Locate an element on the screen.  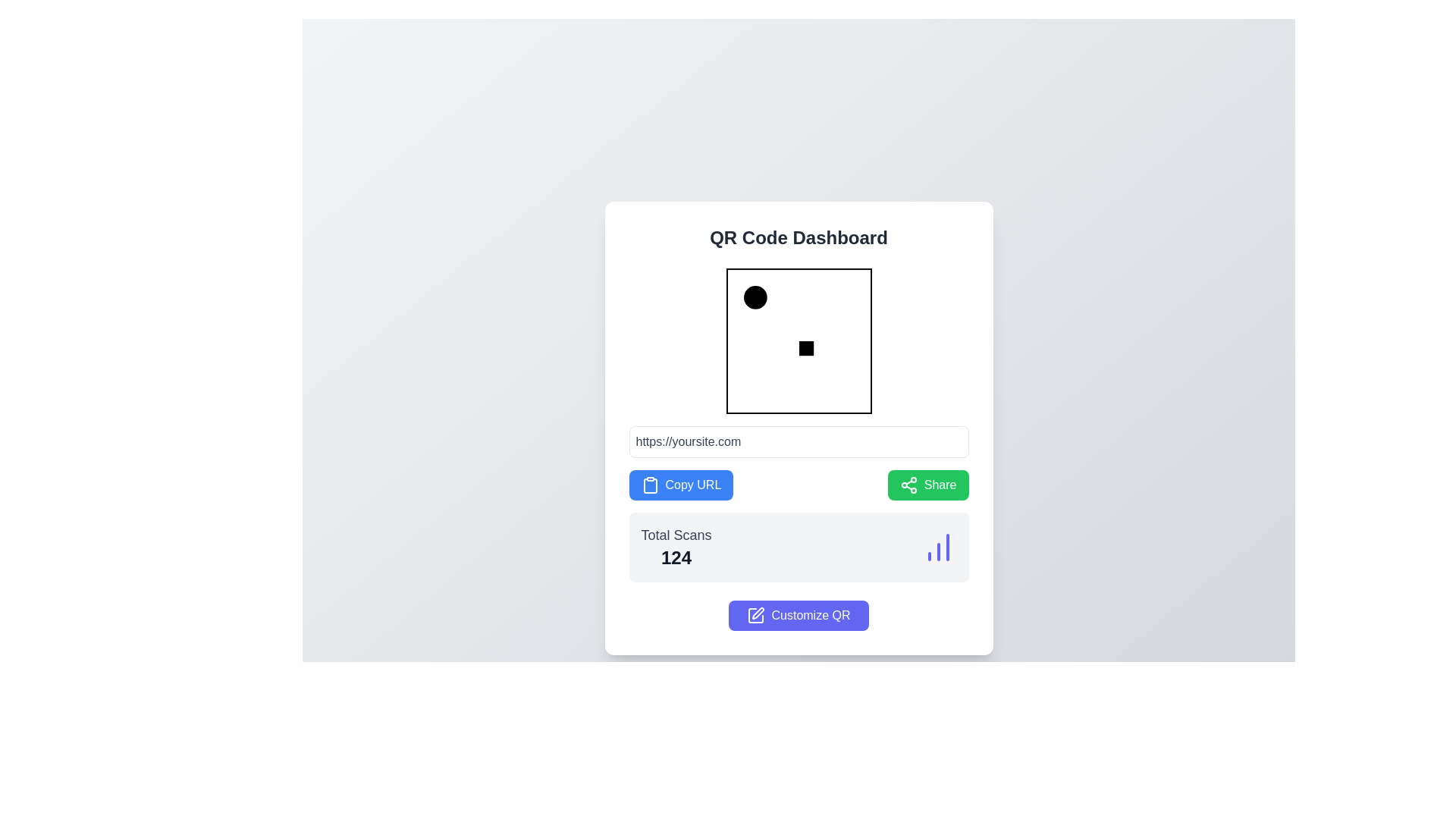
the title or heading text element that is positioned at the top center of the white card-like structure, which serves as a context for the content below it is located at coordinates (798, 237).